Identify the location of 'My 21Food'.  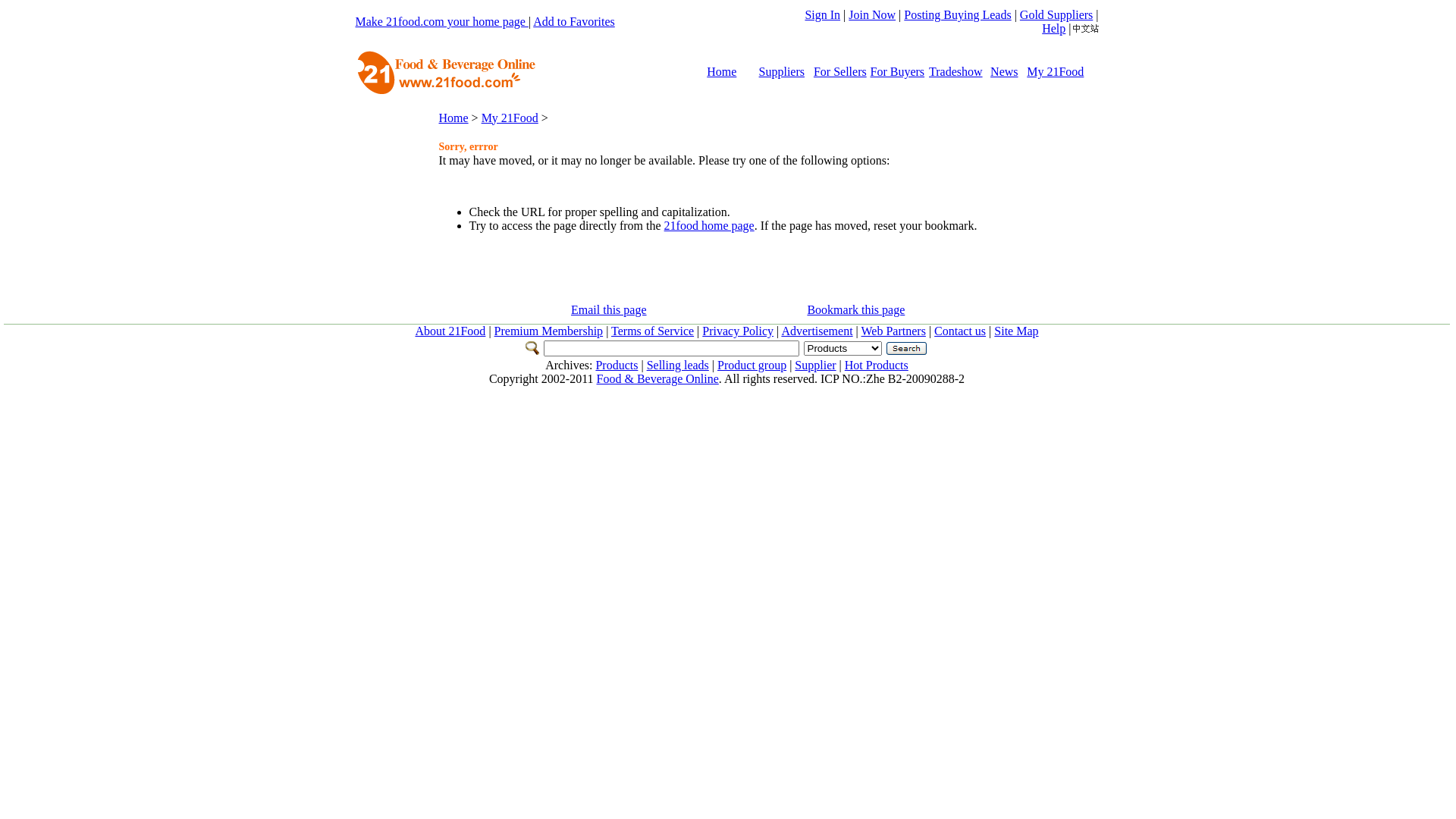
(480, 116).